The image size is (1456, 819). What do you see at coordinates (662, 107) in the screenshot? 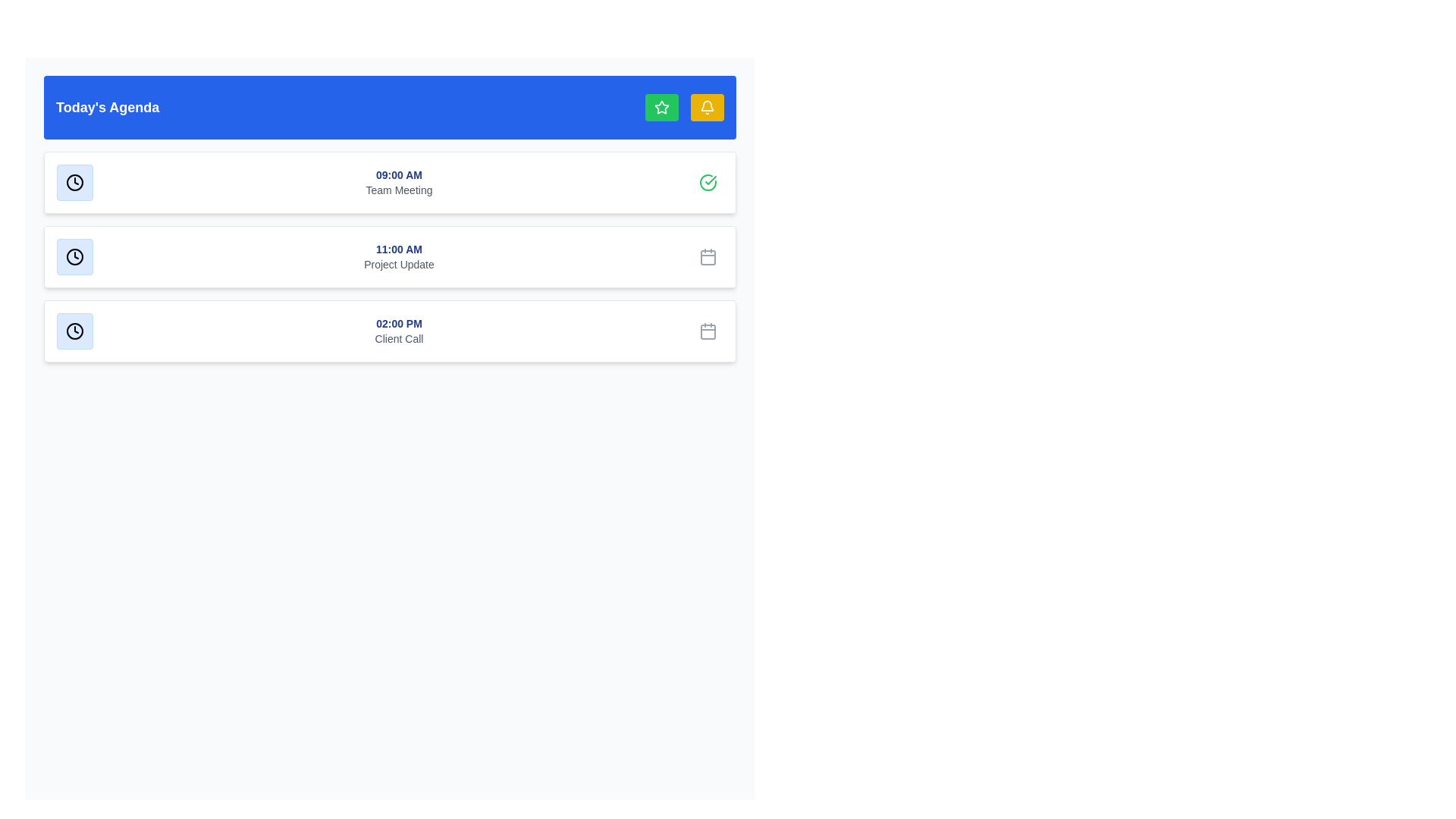
I see `the green button with rounded edges and a white star icon outlined in black located in the top-right panel of the interface for additional details or effects` at bounding box center [662, 107].